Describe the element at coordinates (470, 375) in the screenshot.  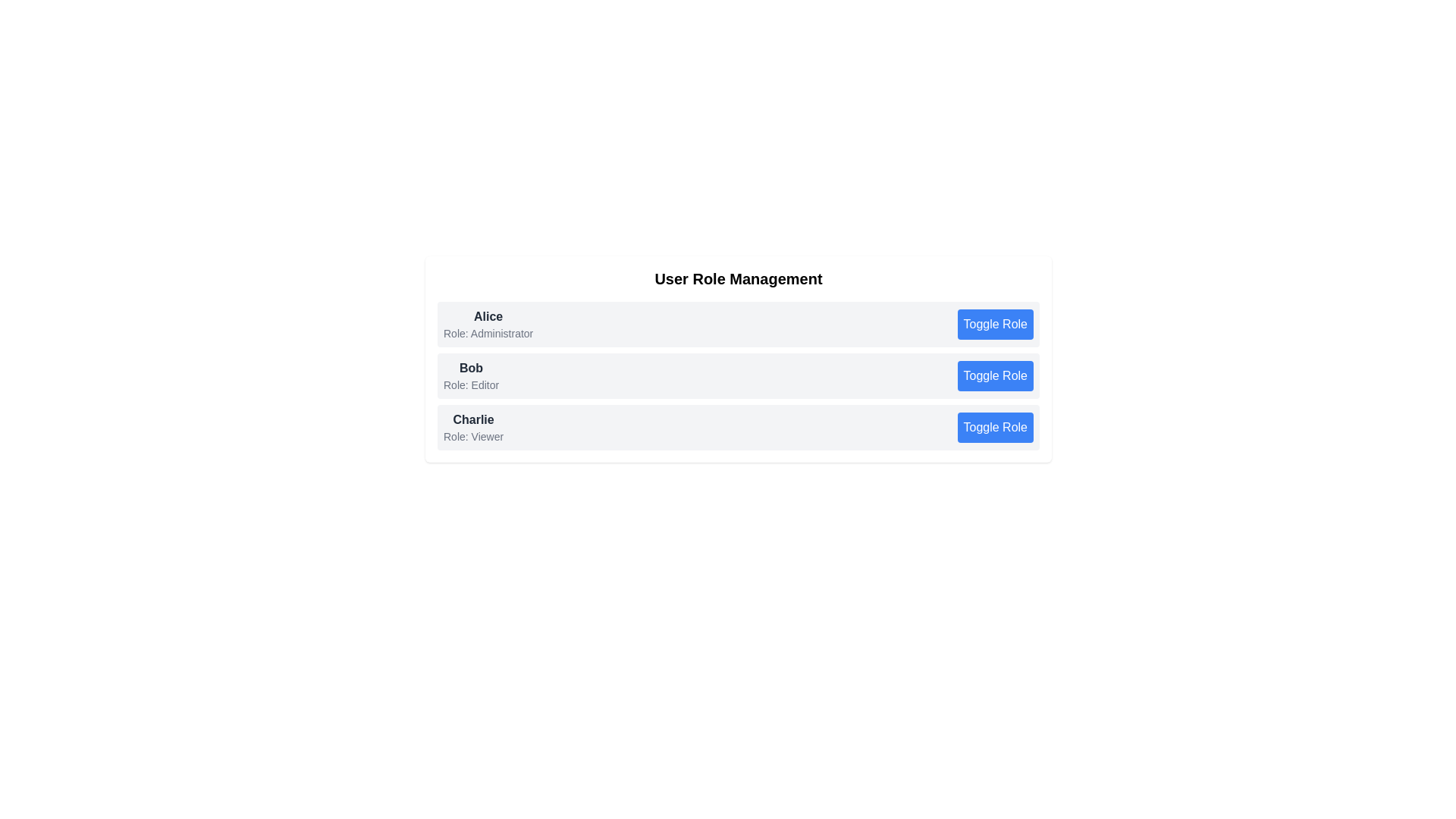
I see `the Text Display that shows information about user 'Bob' as 'Editor', located to the left of the 'Toggle Role' button` at that location.